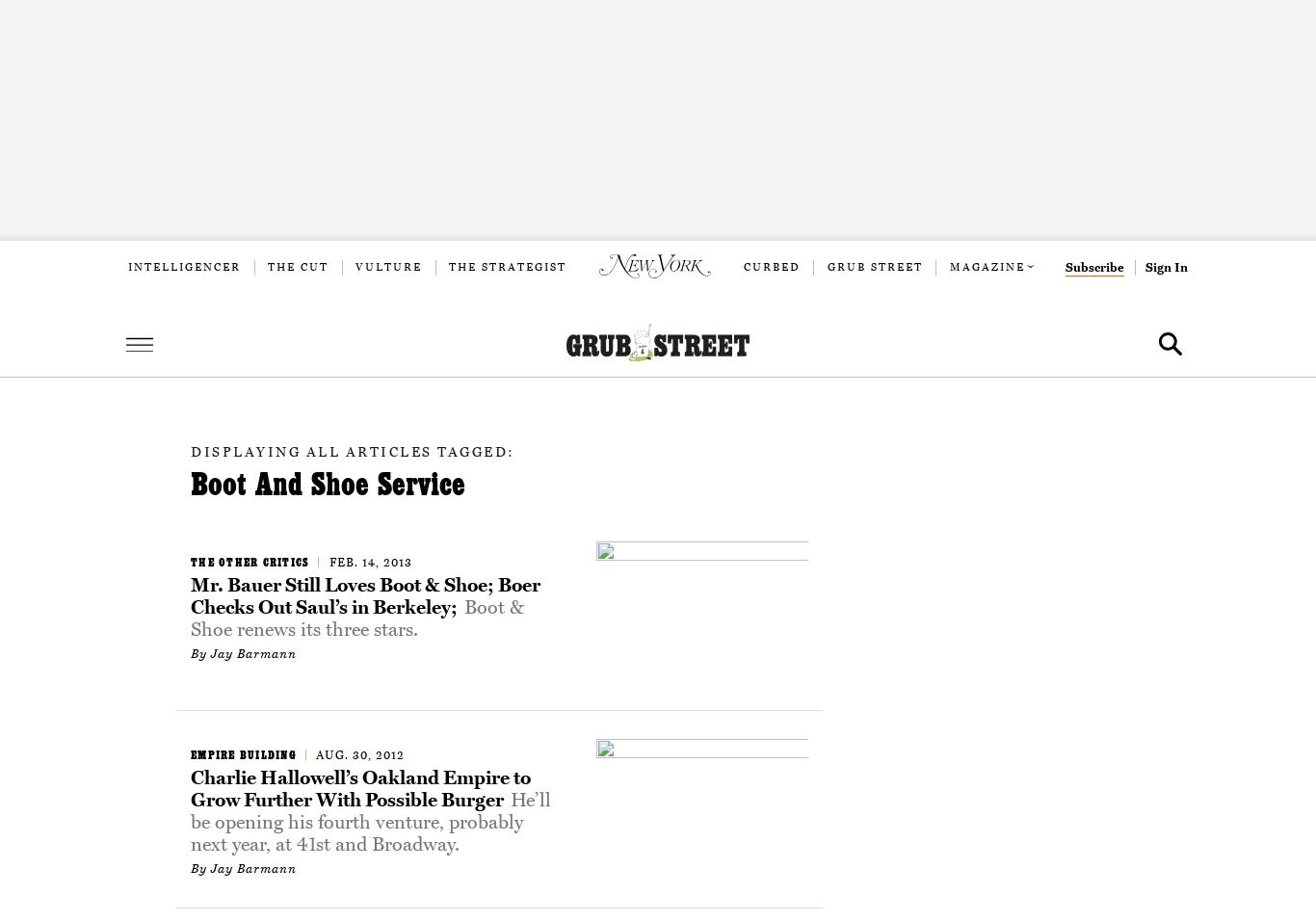 Image resolution: width=1316 pixels, height=922 pixels. What do you see at coordinates (1093, 267) in the screenshot?
I see `'Subscribe'` at bounding box center [1093, 267].